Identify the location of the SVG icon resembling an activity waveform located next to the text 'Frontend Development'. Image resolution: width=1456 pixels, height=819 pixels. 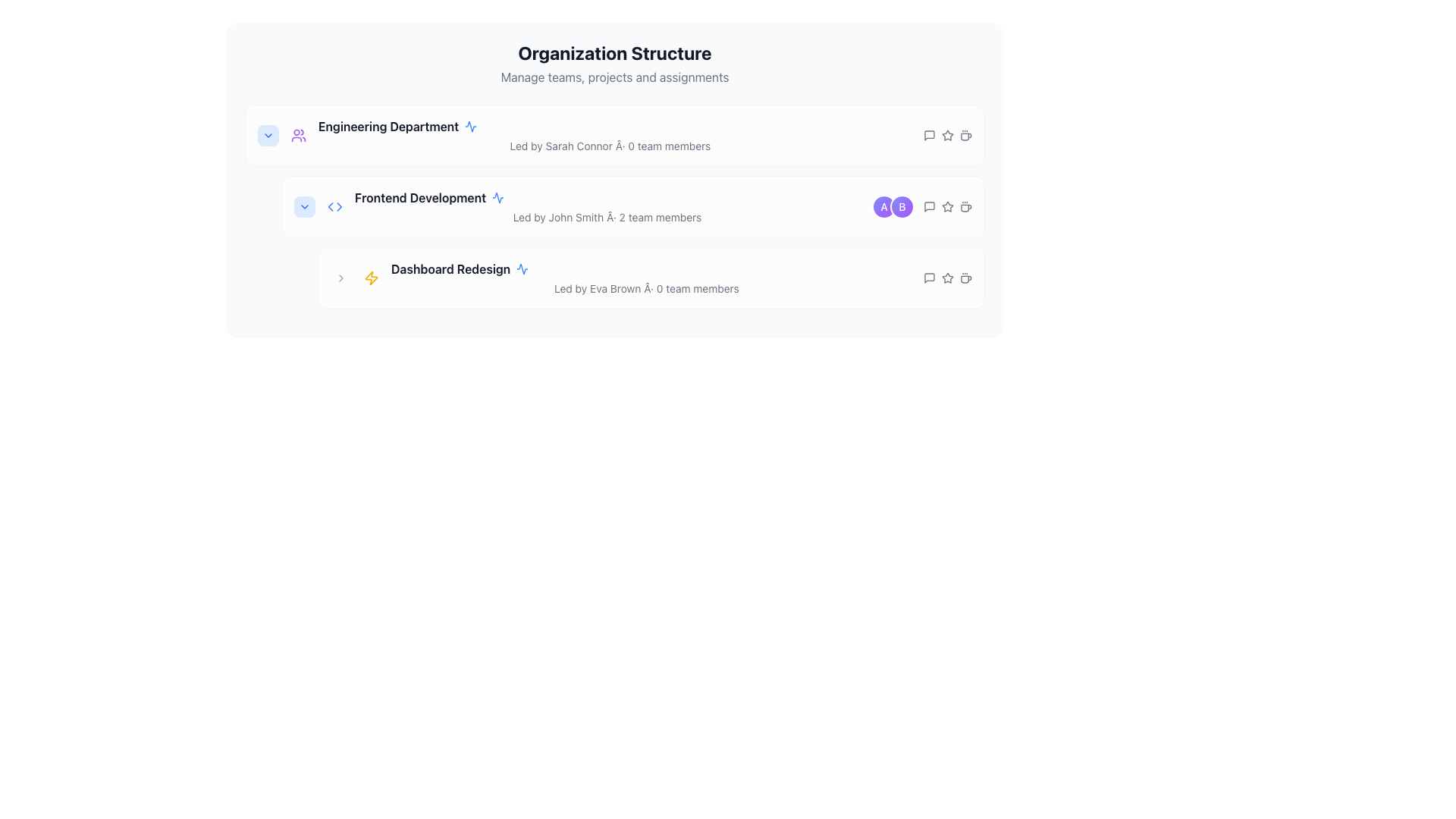
(498, 197).